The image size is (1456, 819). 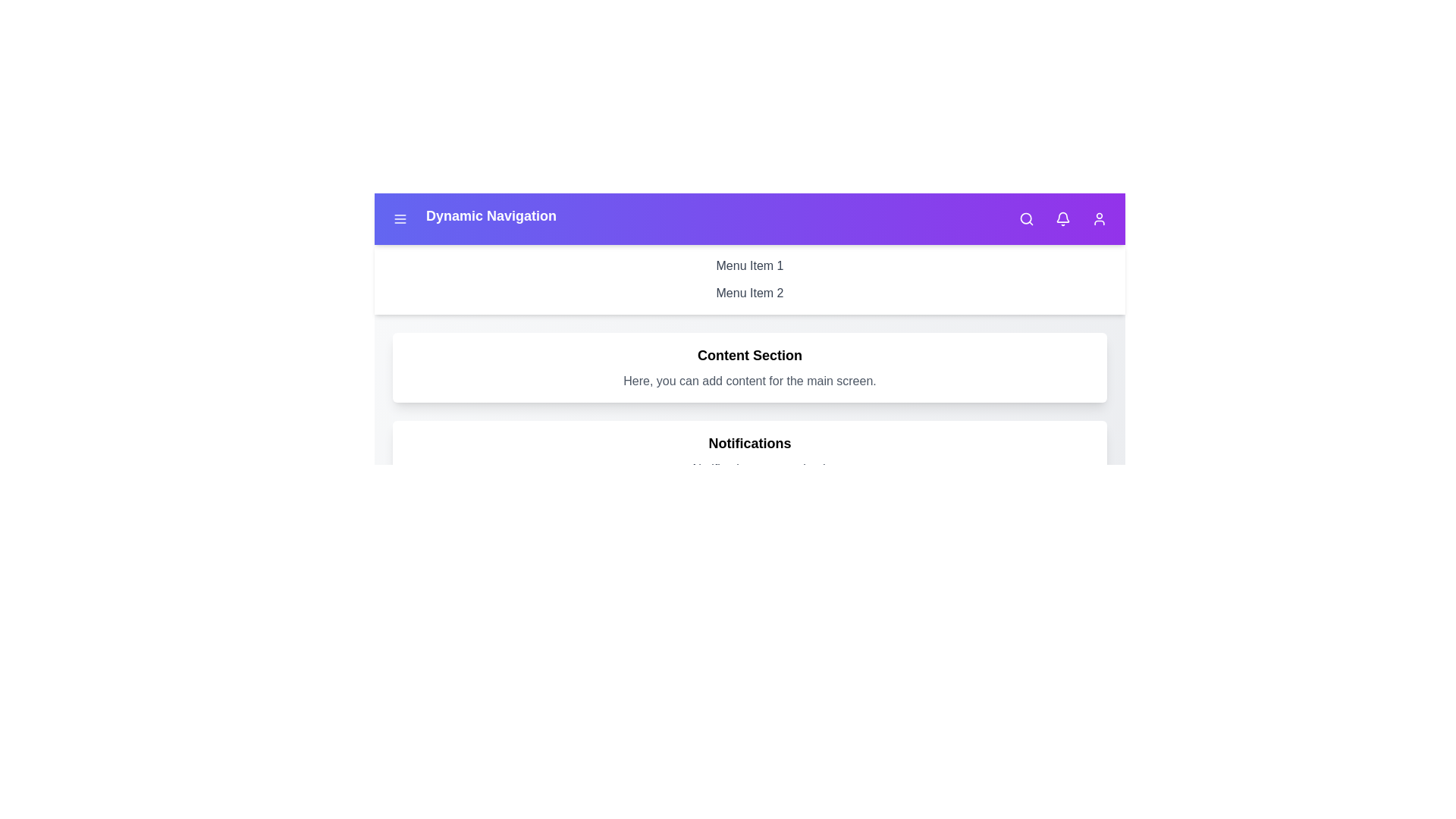 I want to click on the menu button to toggle the menu visibility, so click(x=400, y=219).